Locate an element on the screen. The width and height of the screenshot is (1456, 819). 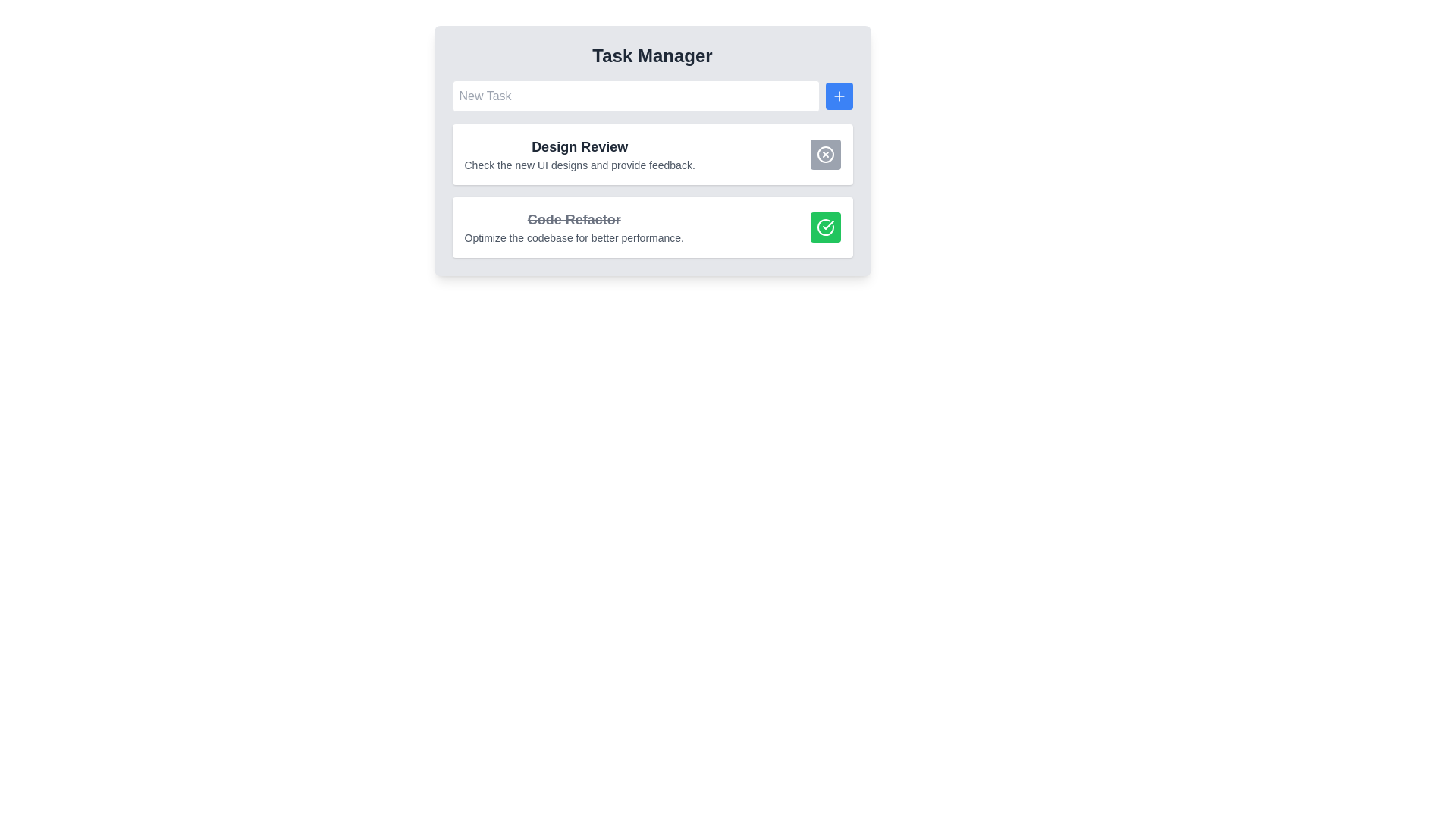
the check mark icon within the 'Code Refactor' task item, which indicates a completed or verified state is located at coordinates (827, 225).